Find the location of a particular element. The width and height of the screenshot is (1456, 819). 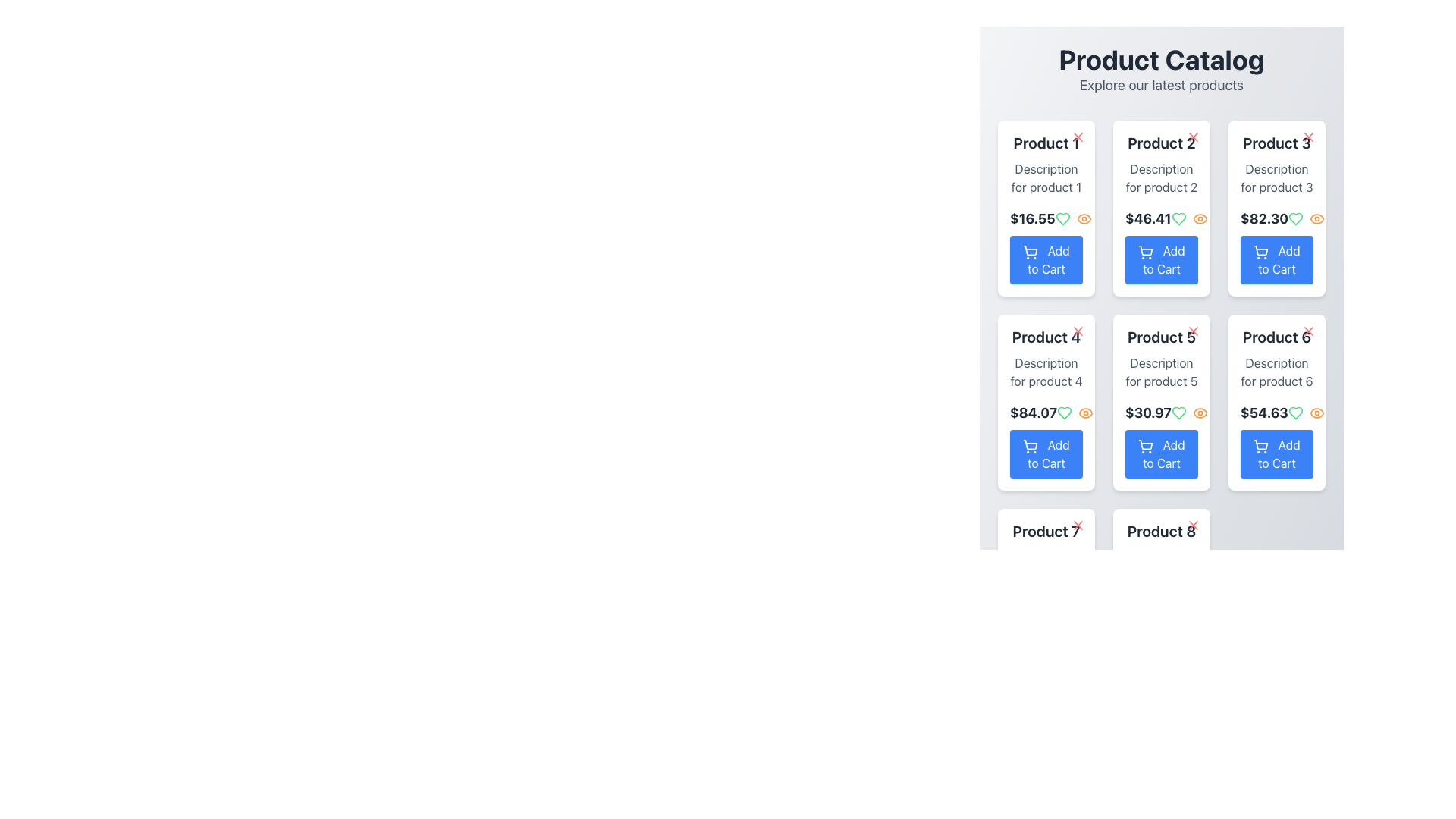

the 'Add to Cart' button for 'Product 5' that contains the shopping cart icon is located at coordinates (1146, 444).